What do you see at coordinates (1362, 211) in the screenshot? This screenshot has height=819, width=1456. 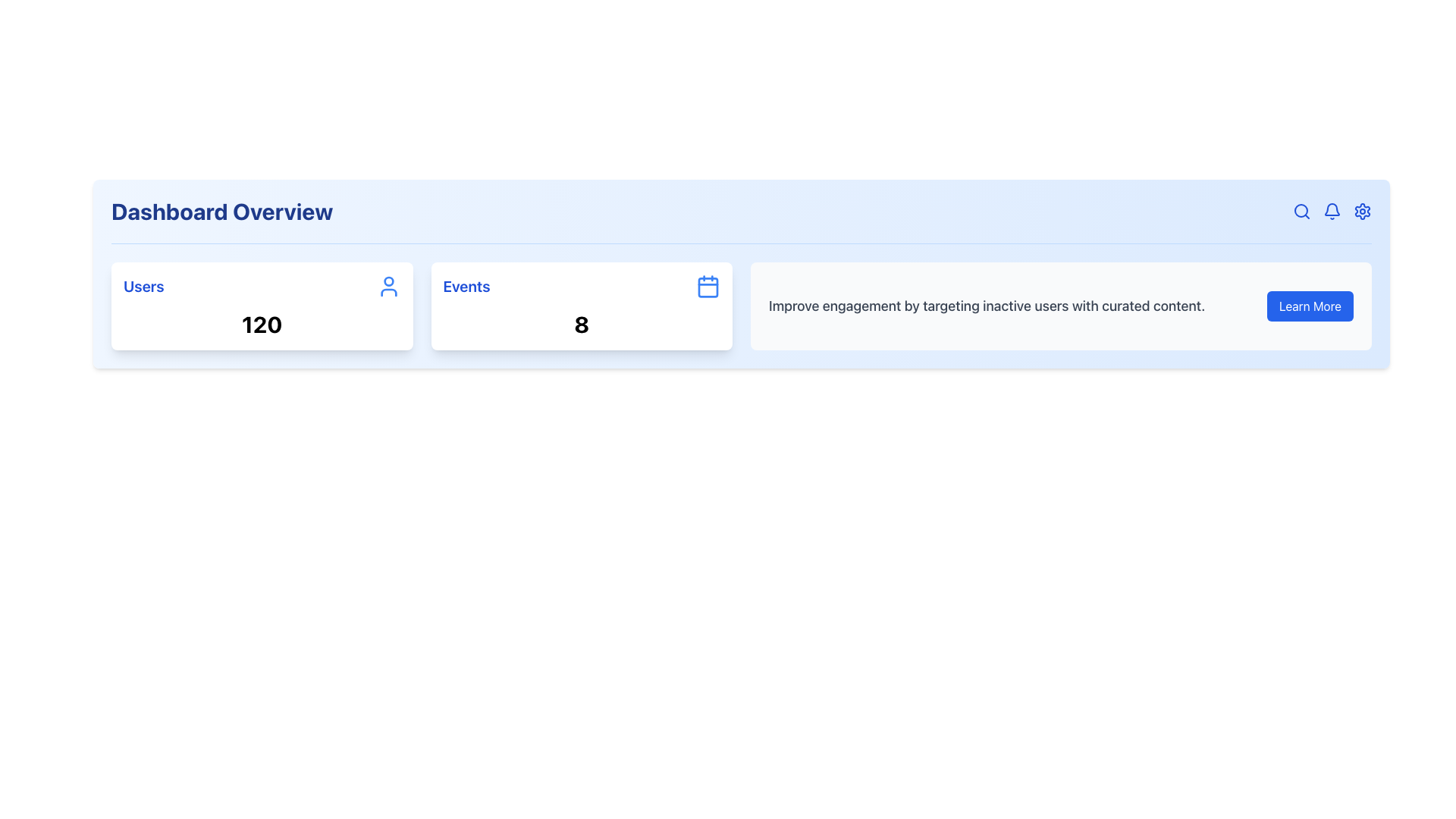 I see `the settings icon located in the rightmost corner of the top navigation bar` at bounding box center [1362, 211].